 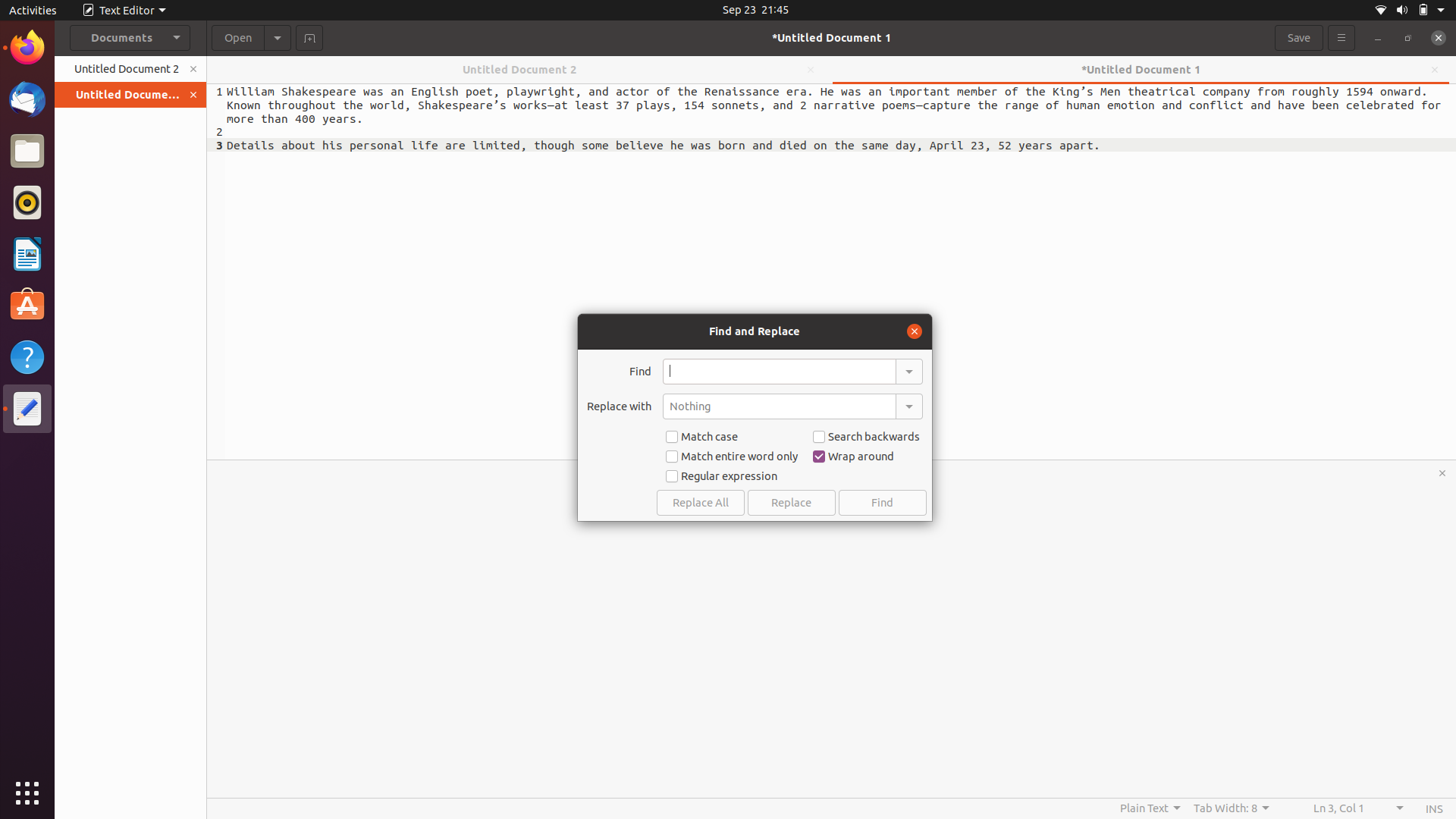 I want to click on Locate all words commencing with "an" in the given document, so click(x=779, y=371).